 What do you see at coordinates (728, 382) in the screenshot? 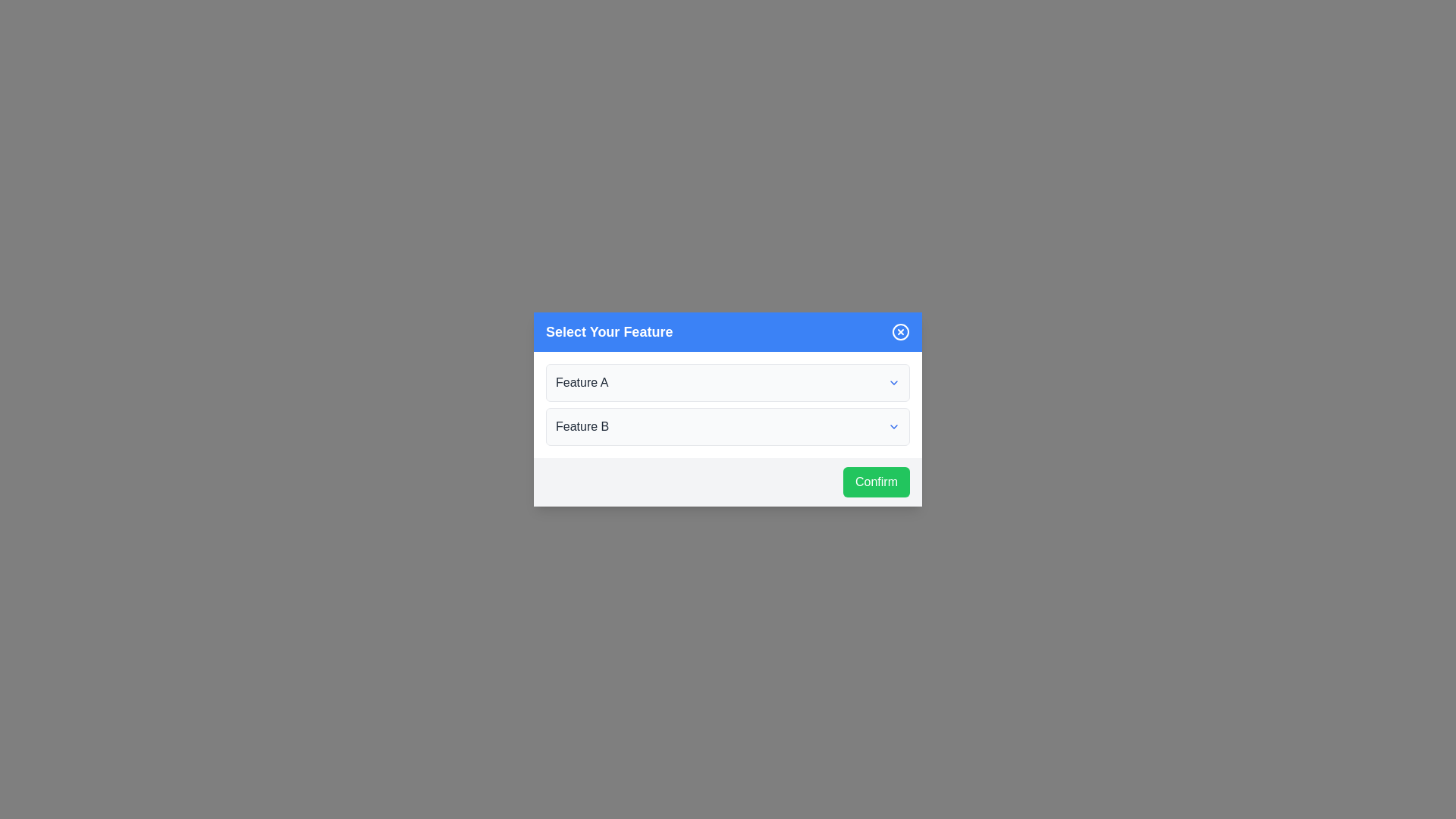
I see `the 'Feature A' dropdown menu item with a downward-facing arrow in the 'Select Your Feature' dialog` at bounding box center [728, 382].